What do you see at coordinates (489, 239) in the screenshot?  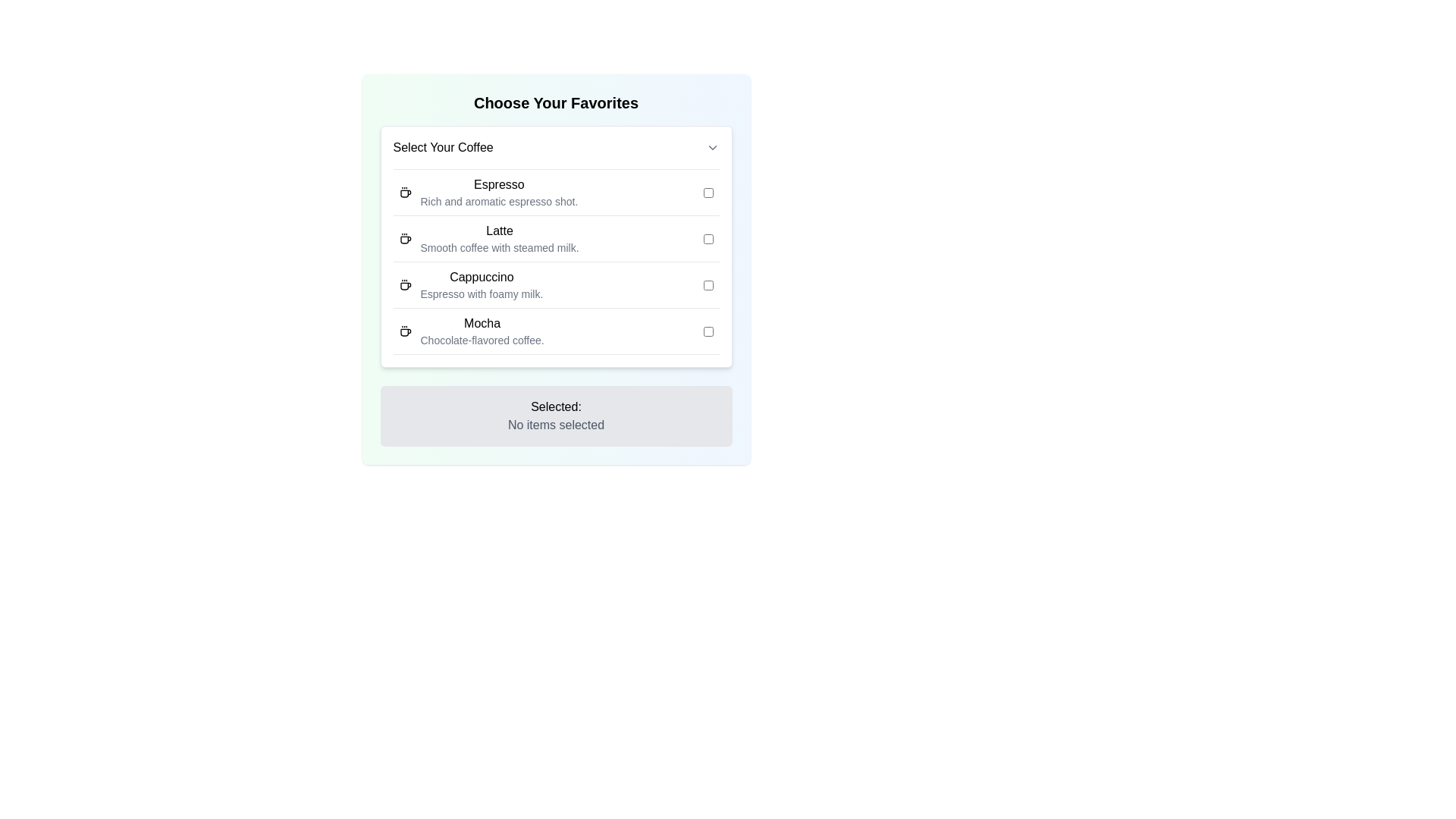 I see `informational text block displaying details about the 'Latte' coffee option, which includes the name in bold and a description beneath it` at bounding box center [489, 239].